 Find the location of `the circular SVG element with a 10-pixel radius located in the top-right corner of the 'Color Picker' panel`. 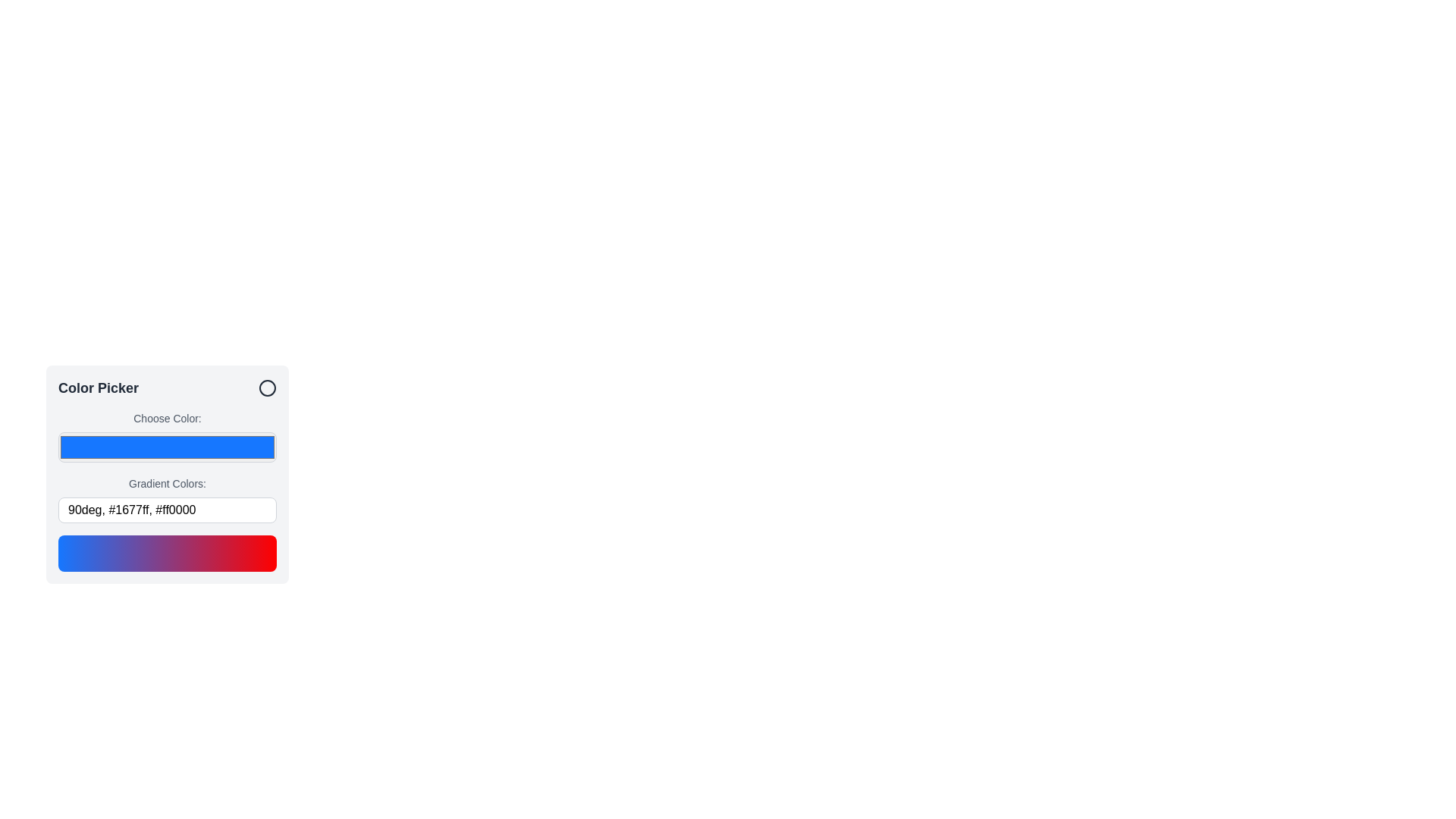

the circular SVG element with a 10-pixel radius located in the top-right corner of the 'Color Picker' panel is located at coordinates (268, 388).